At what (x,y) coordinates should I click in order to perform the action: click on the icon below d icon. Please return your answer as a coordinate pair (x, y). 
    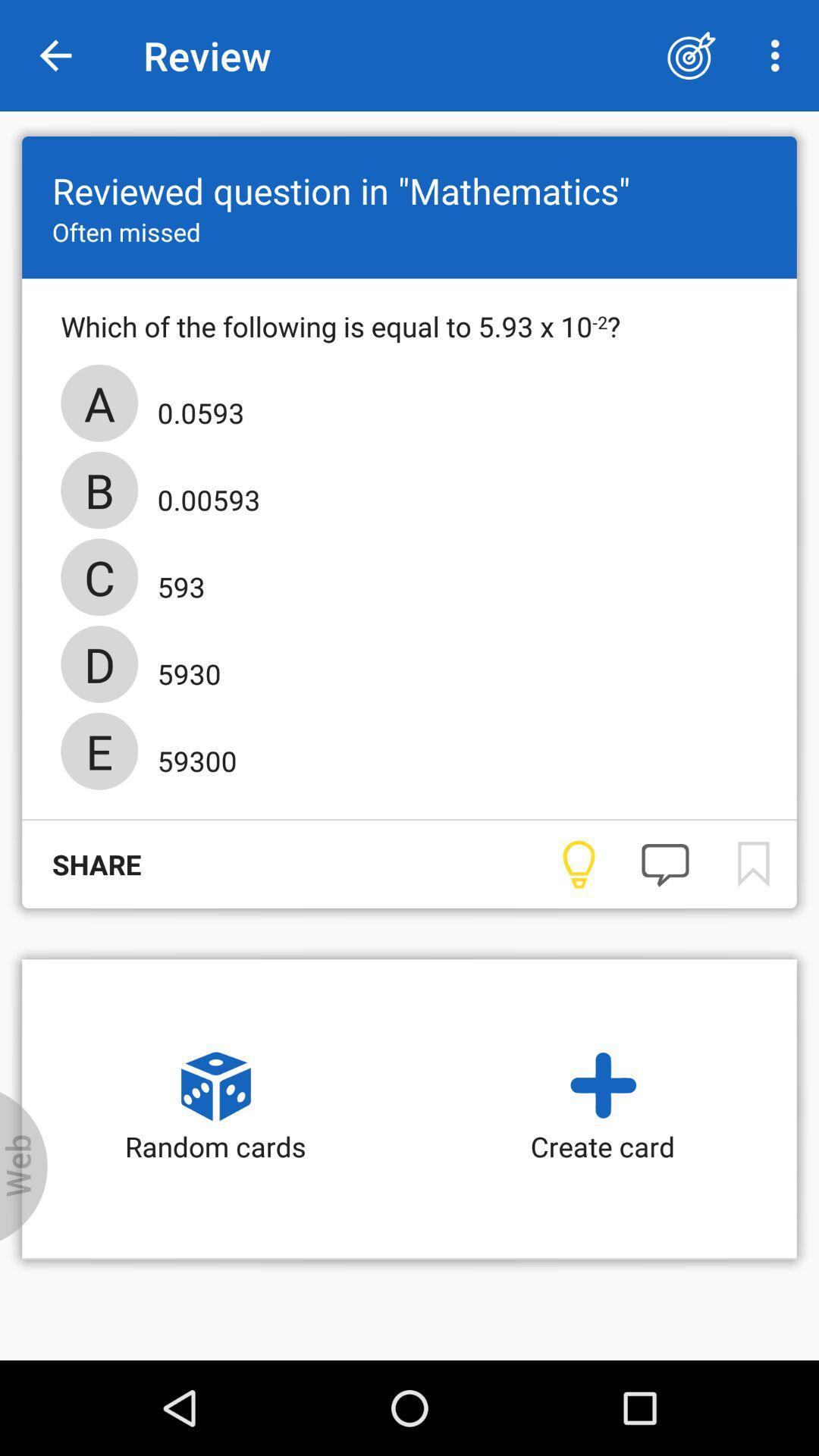
    Looking at the image, I should click on (191, 756).